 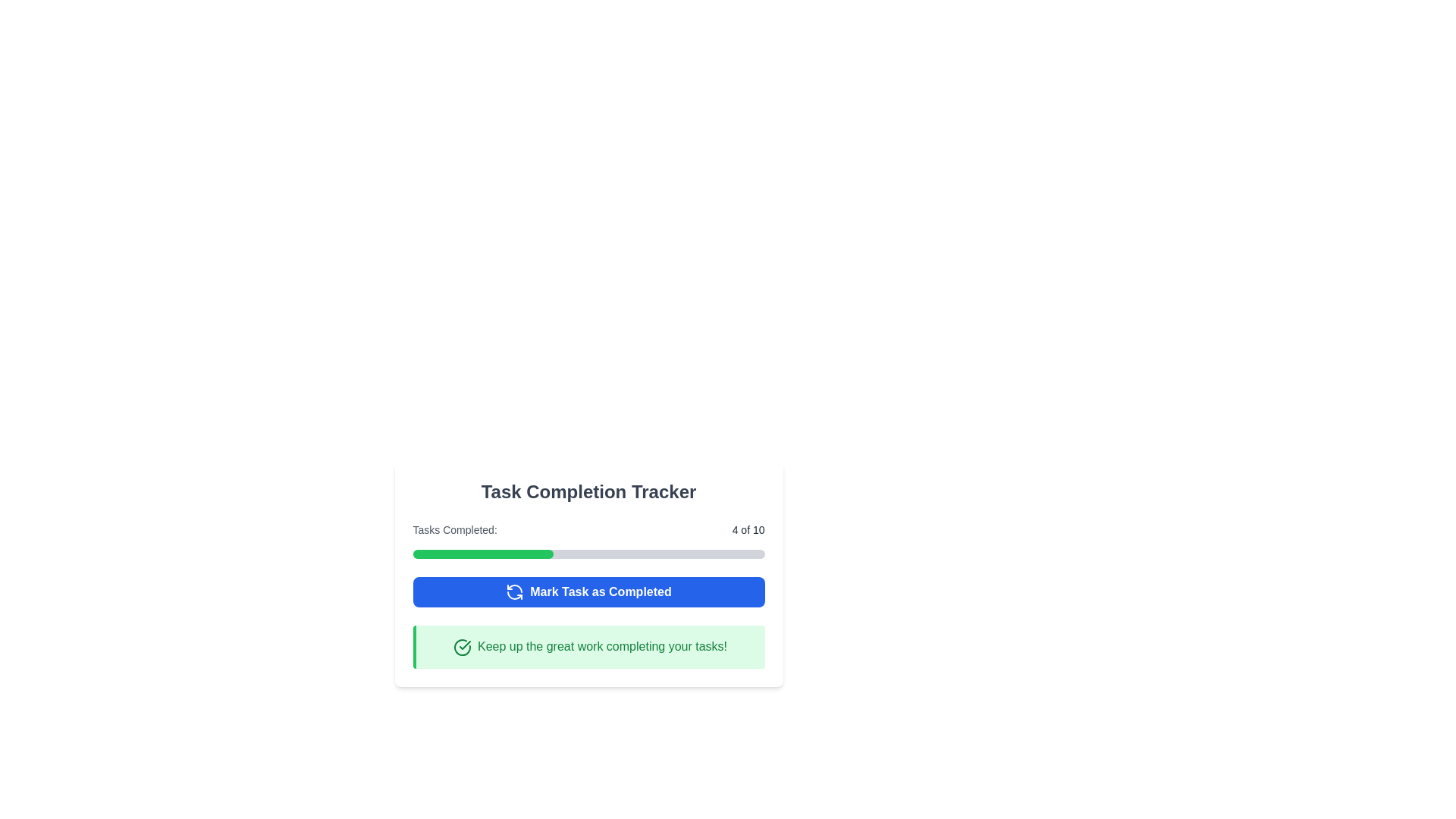 What do you see at coordinates (588, 554) in the screenshot?
I see `the progress bar located beneath the 'Tasks Completed: 4 of 10' label and above a blue button` at bounding box center [588, 554].